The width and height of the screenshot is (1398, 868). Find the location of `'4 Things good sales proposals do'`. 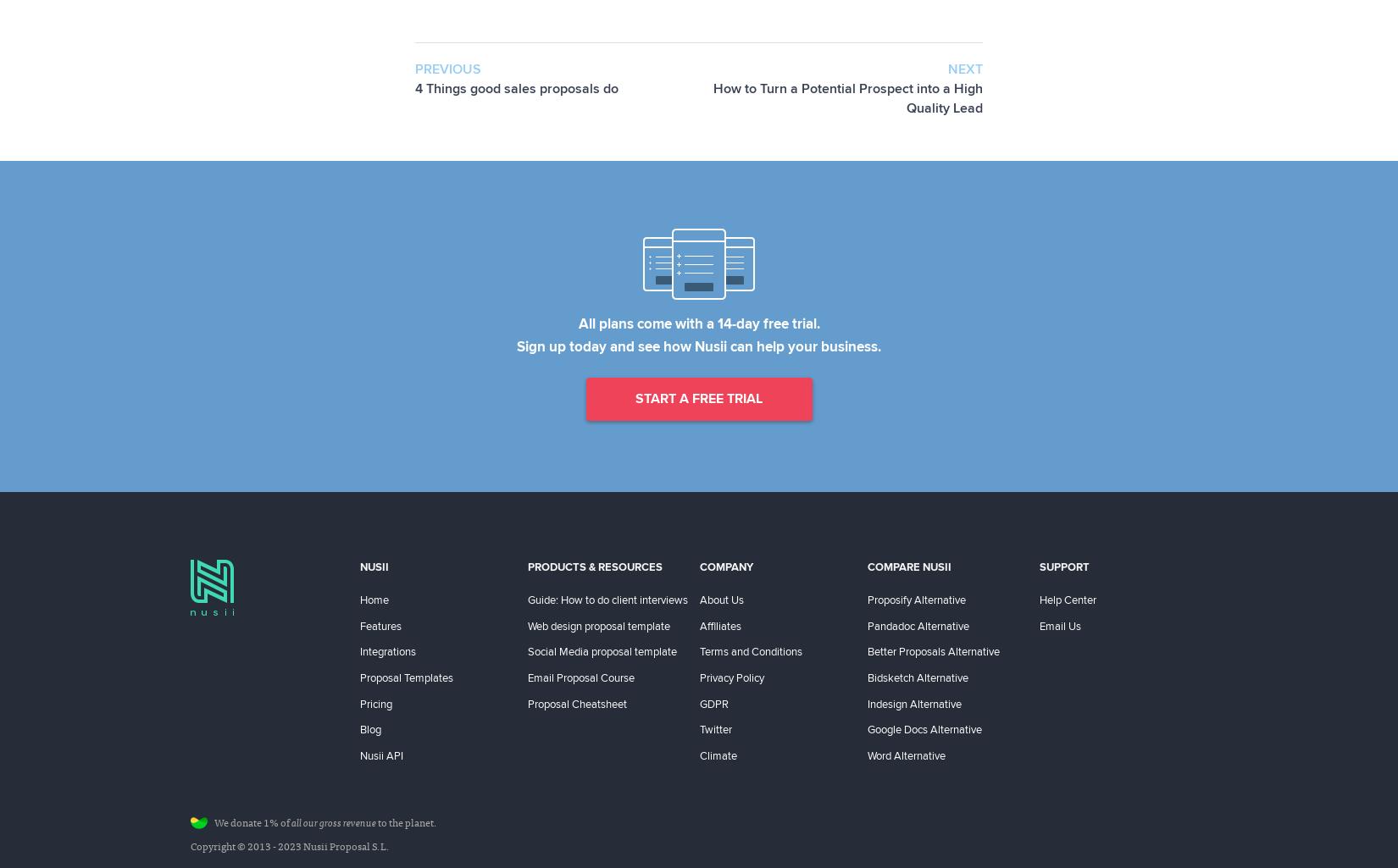

'4 Things good sales proposals do' is located at coordinates (516, 88).